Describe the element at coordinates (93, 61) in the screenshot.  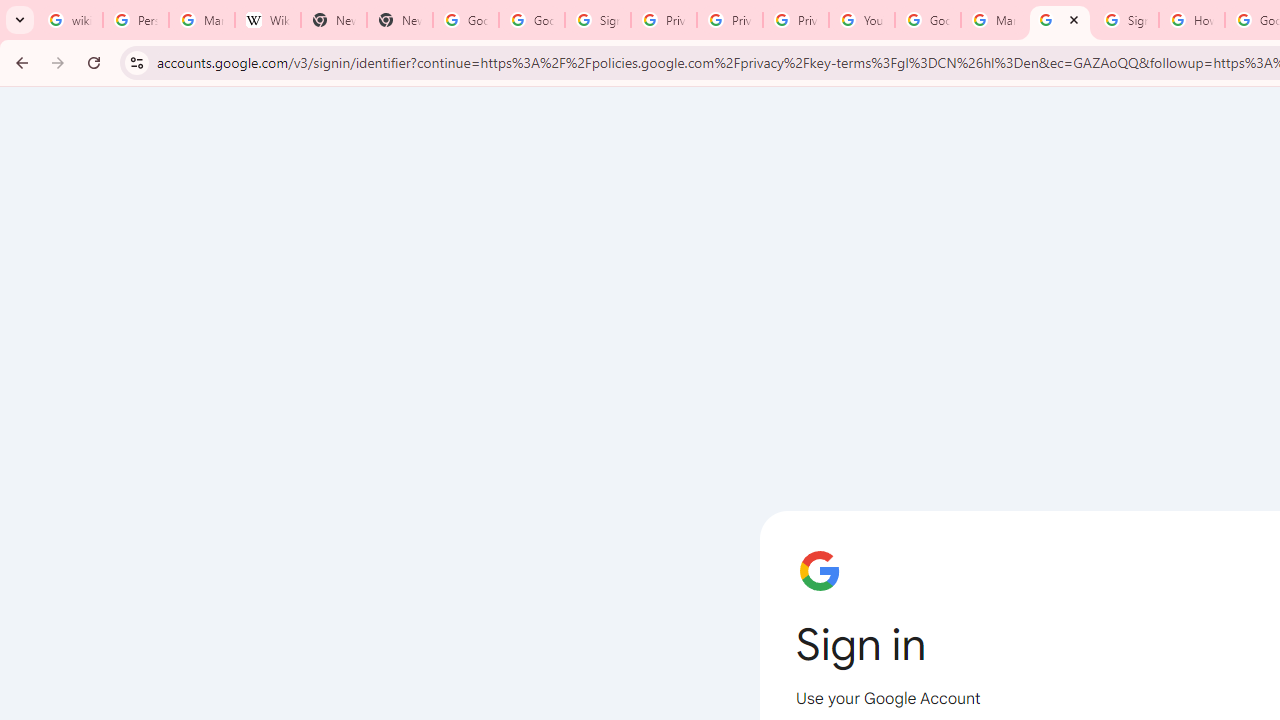
I see `'Reload'` at that location.